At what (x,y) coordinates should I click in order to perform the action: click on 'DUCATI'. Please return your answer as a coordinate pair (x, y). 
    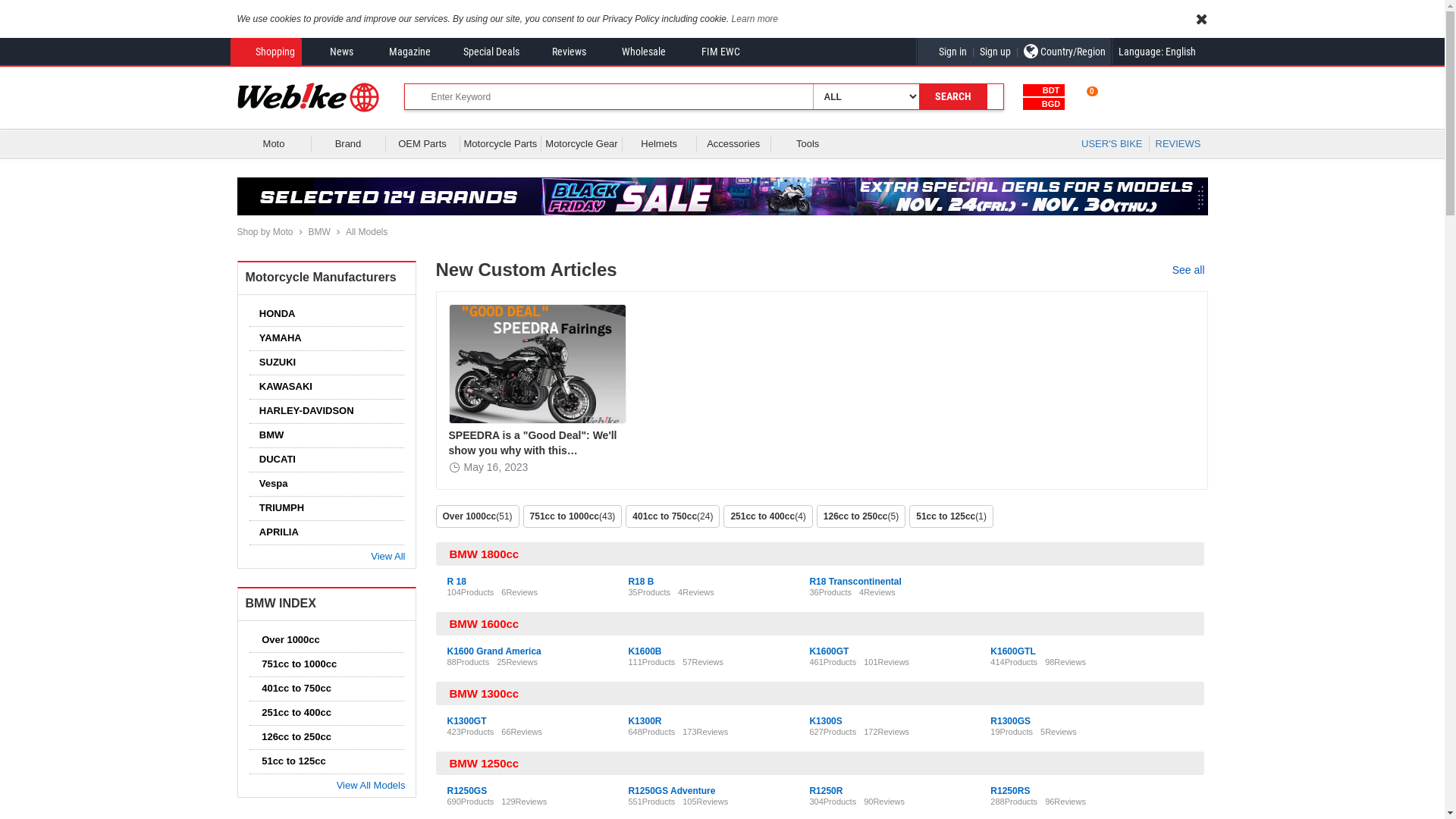
    Looking at the image, I should click on (273, 458).